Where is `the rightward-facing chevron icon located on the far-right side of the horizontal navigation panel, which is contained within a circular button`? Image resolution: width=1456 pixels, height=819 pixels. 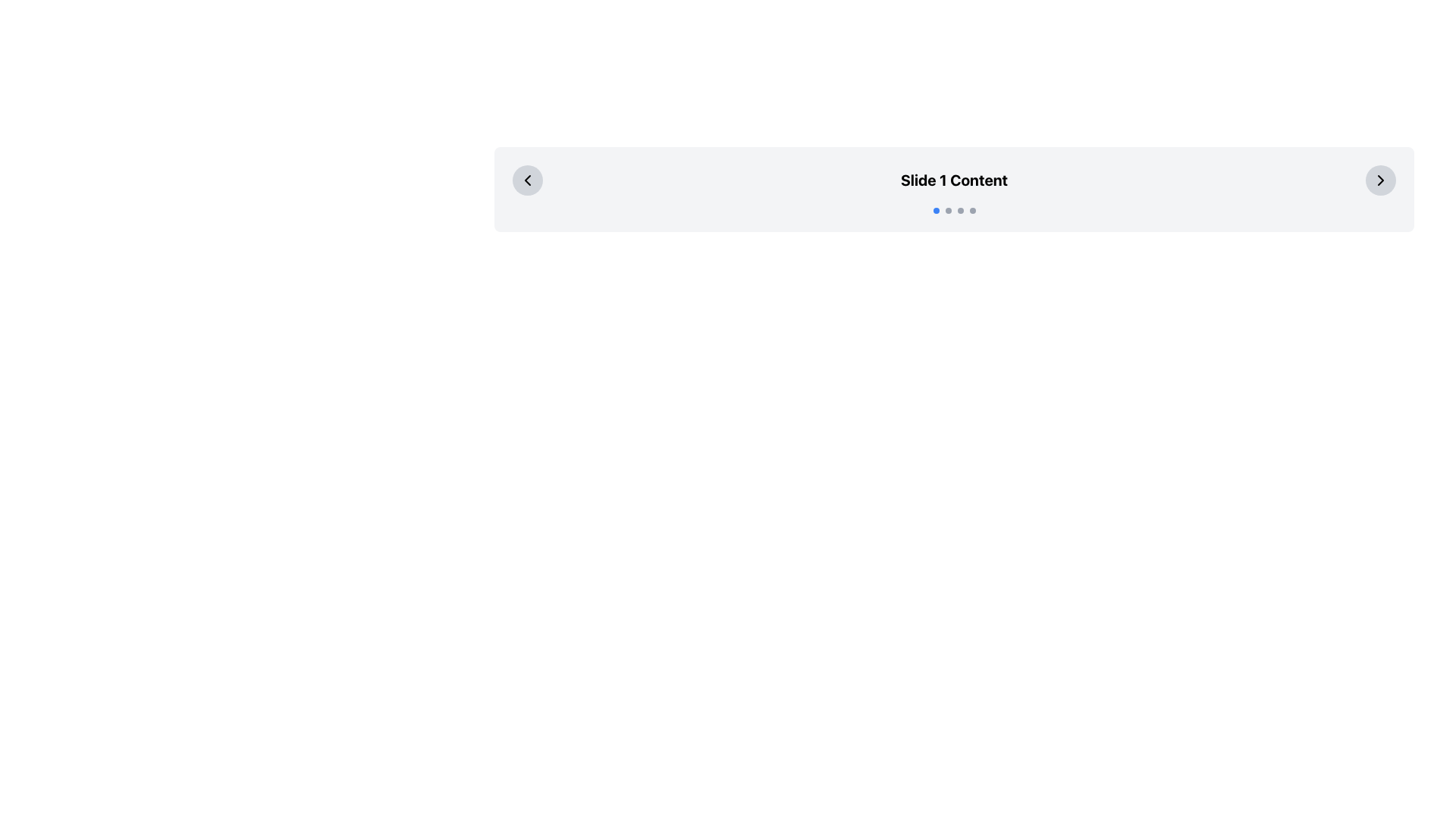 the rightward-facing chevron icon located on the far-right side of the horizontal navigation panel, which is contained within a circular button is located at coordinates (1380, 180).